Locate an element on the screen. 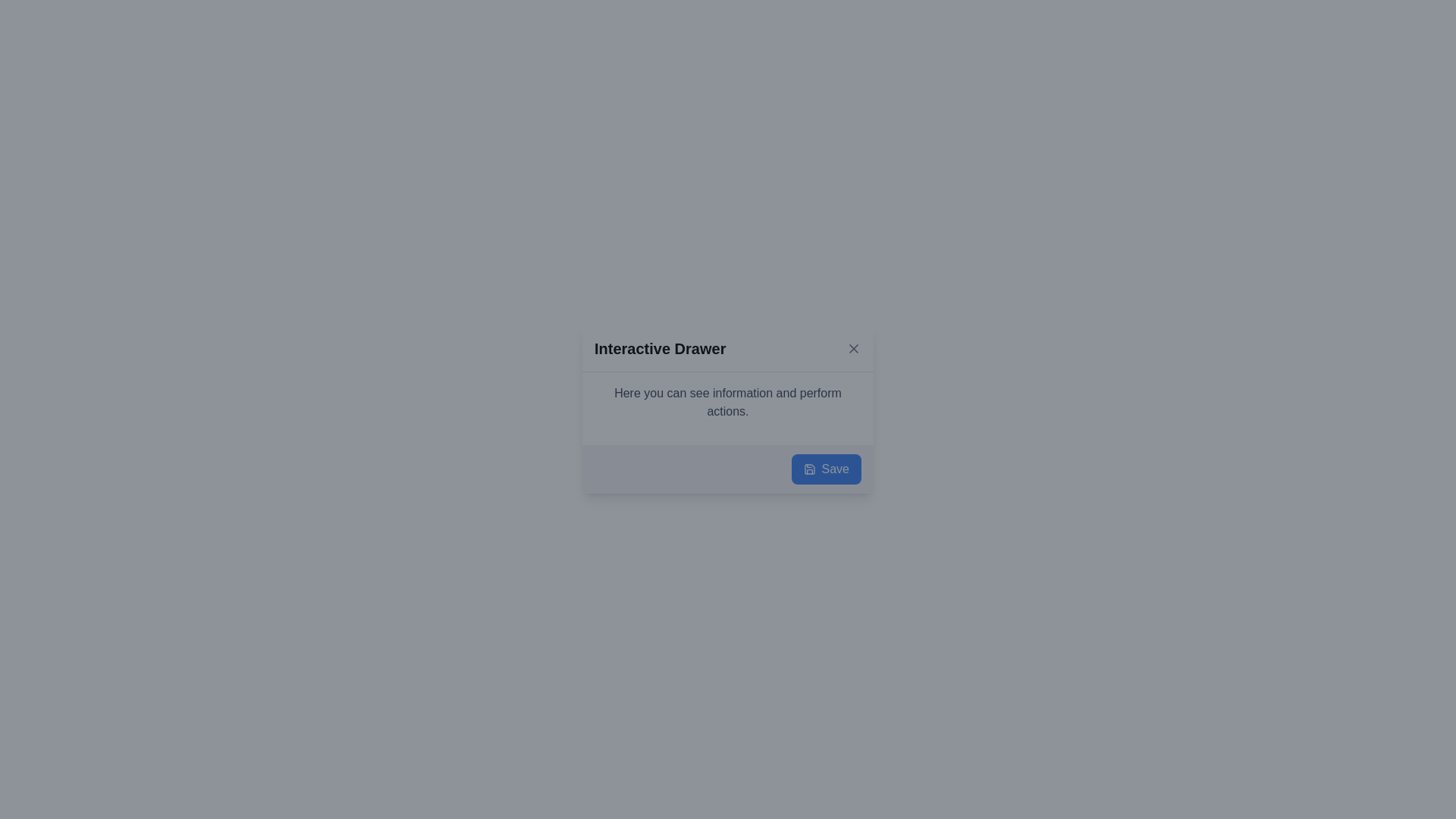  the 'Save' button represented by the icon located in the bottom-right region of the 'Interactive Drawer' dialog box is located at coordinates (808, 468).